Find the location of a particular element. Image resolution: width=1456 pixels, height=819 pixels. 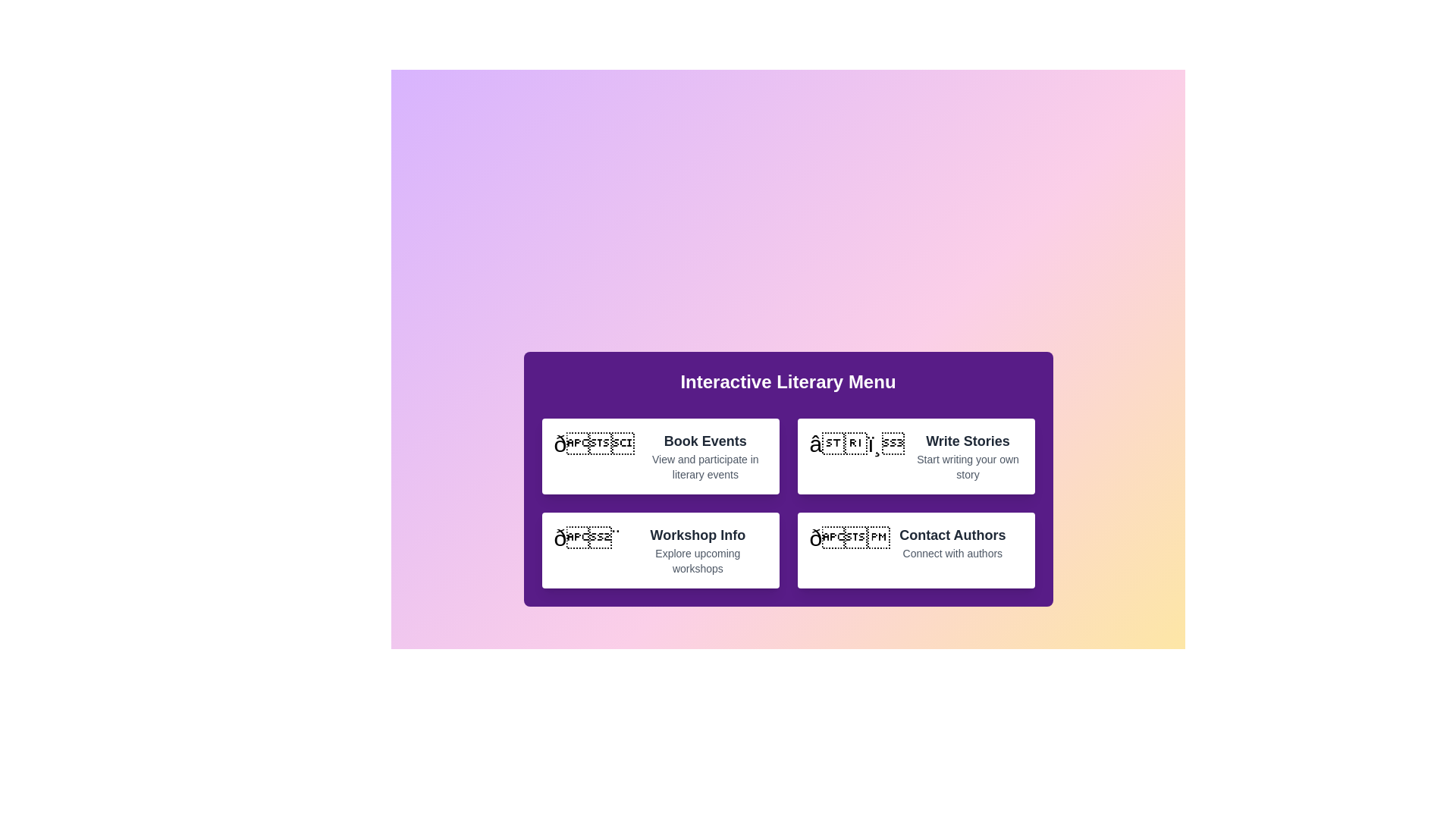

the menu item corresponding to Book Events is located at coordinates (660, 455).